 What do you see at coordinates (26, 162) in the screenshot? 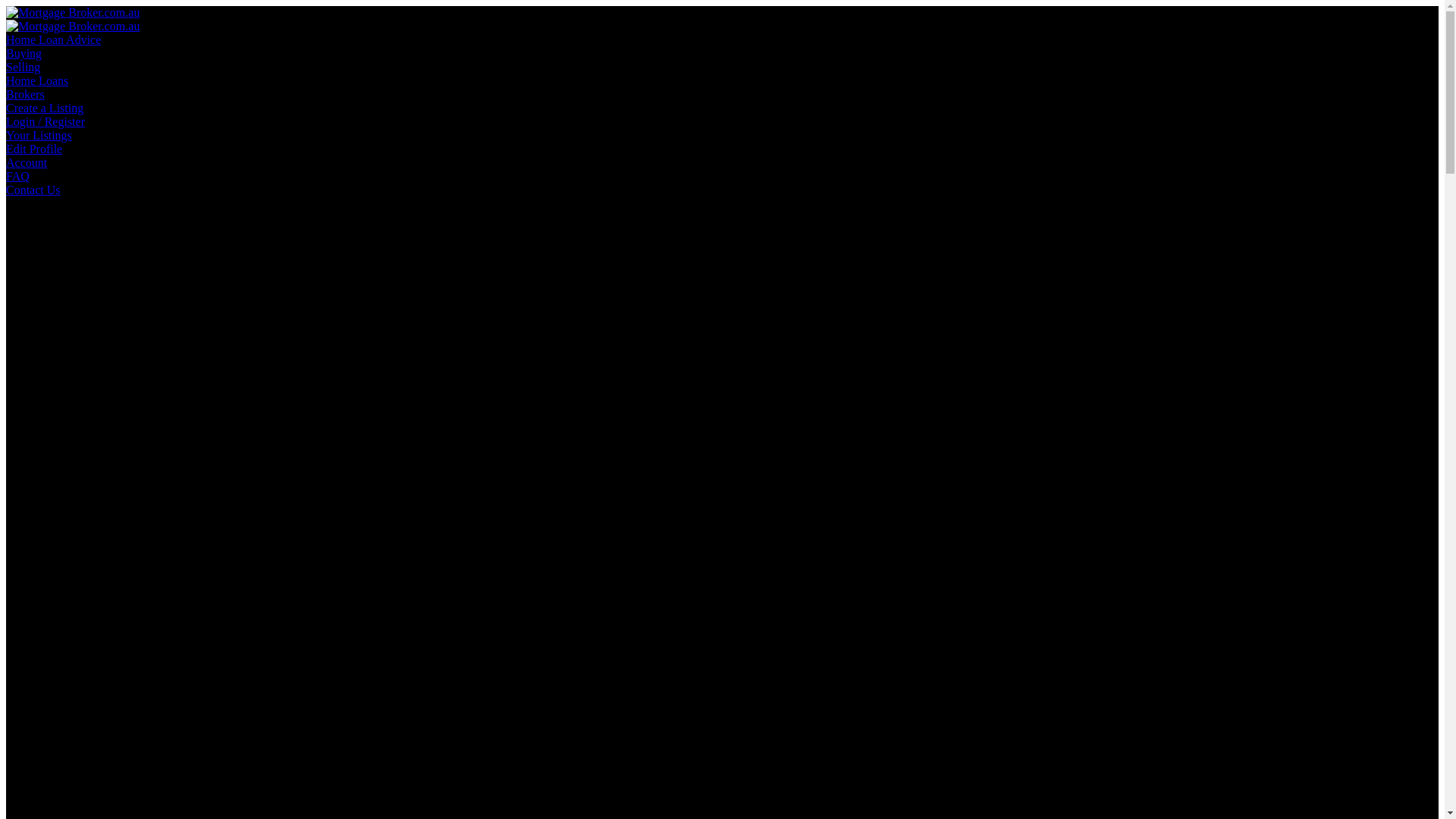
I see `'Account'` at bounding box center [26, 162].